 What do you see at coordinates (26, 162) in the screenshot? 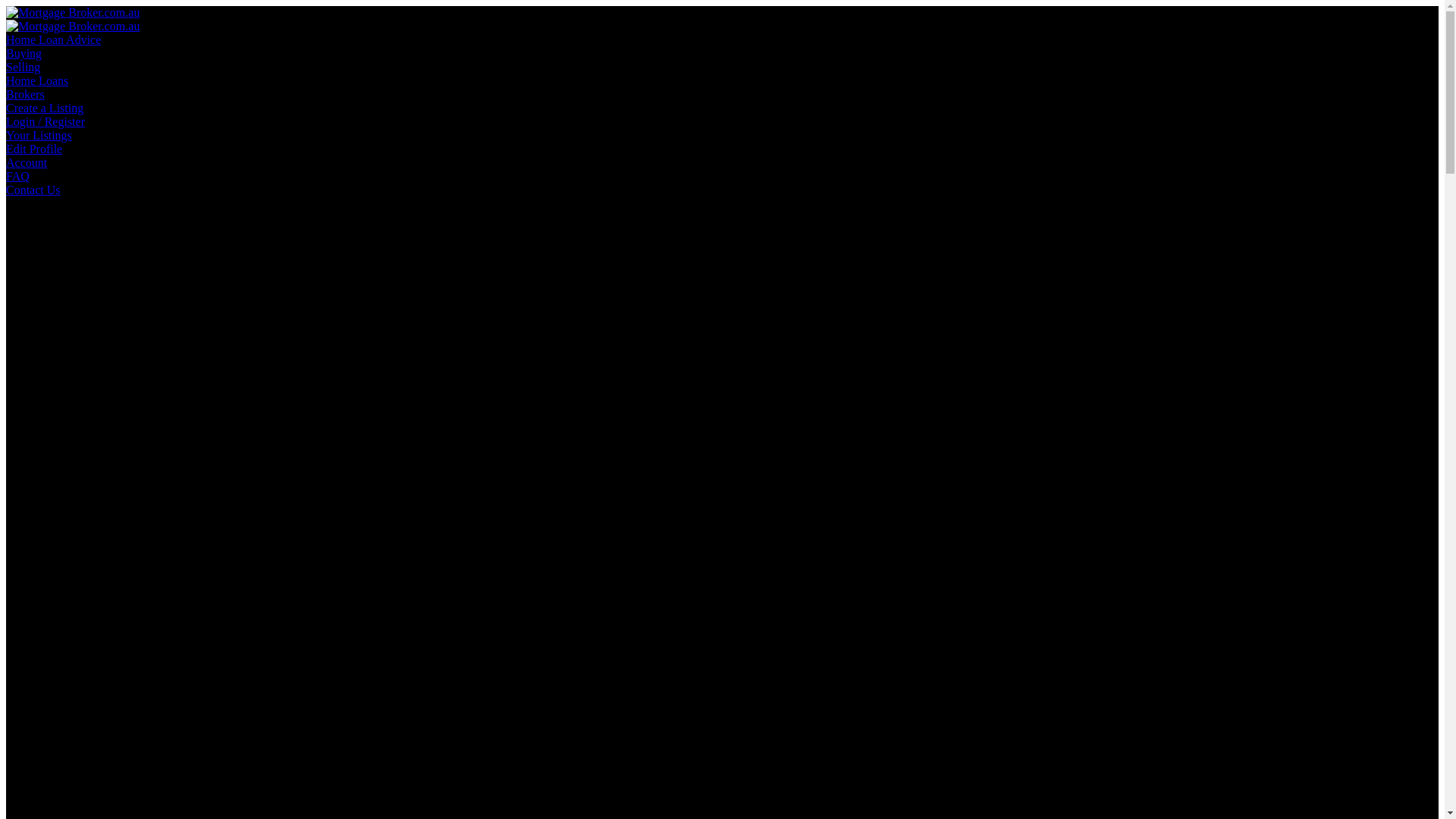
I see `'Account'` at bounding box center [26, 162].